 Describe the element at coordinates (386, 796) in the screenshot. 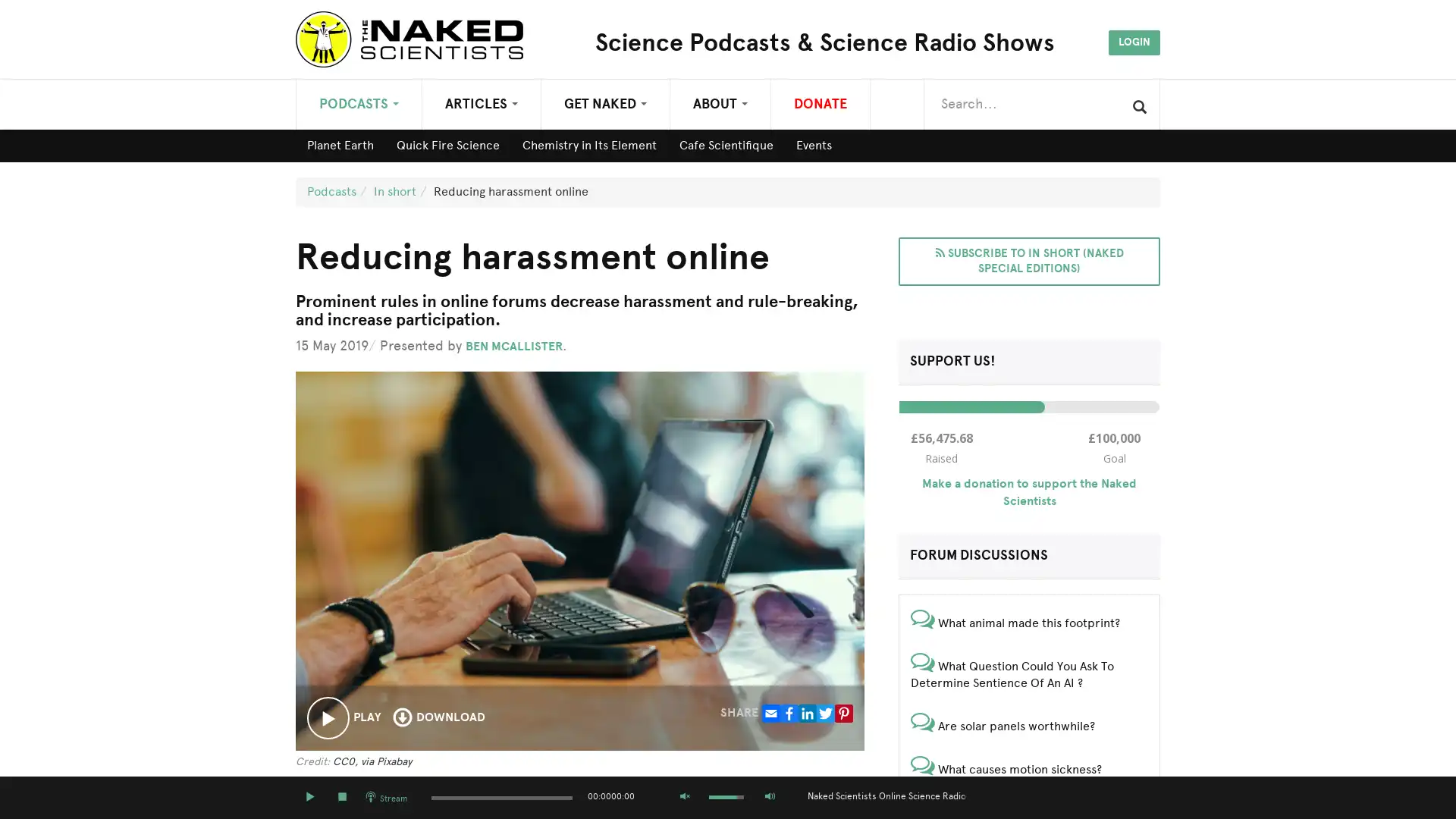

I see `Stream` at that location.